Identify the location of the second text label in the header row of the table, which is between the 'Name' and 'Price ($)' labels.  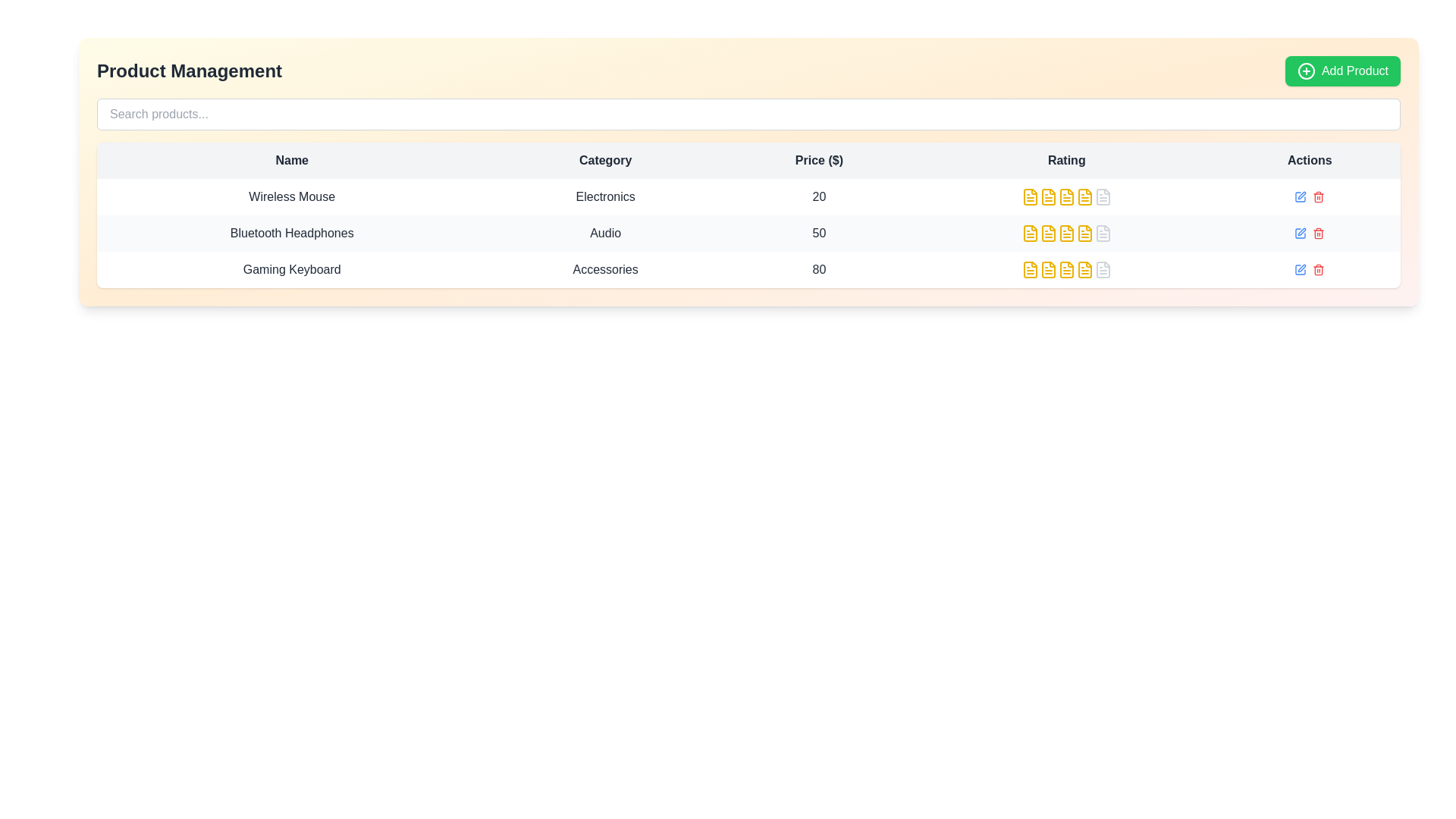
(604, 161).